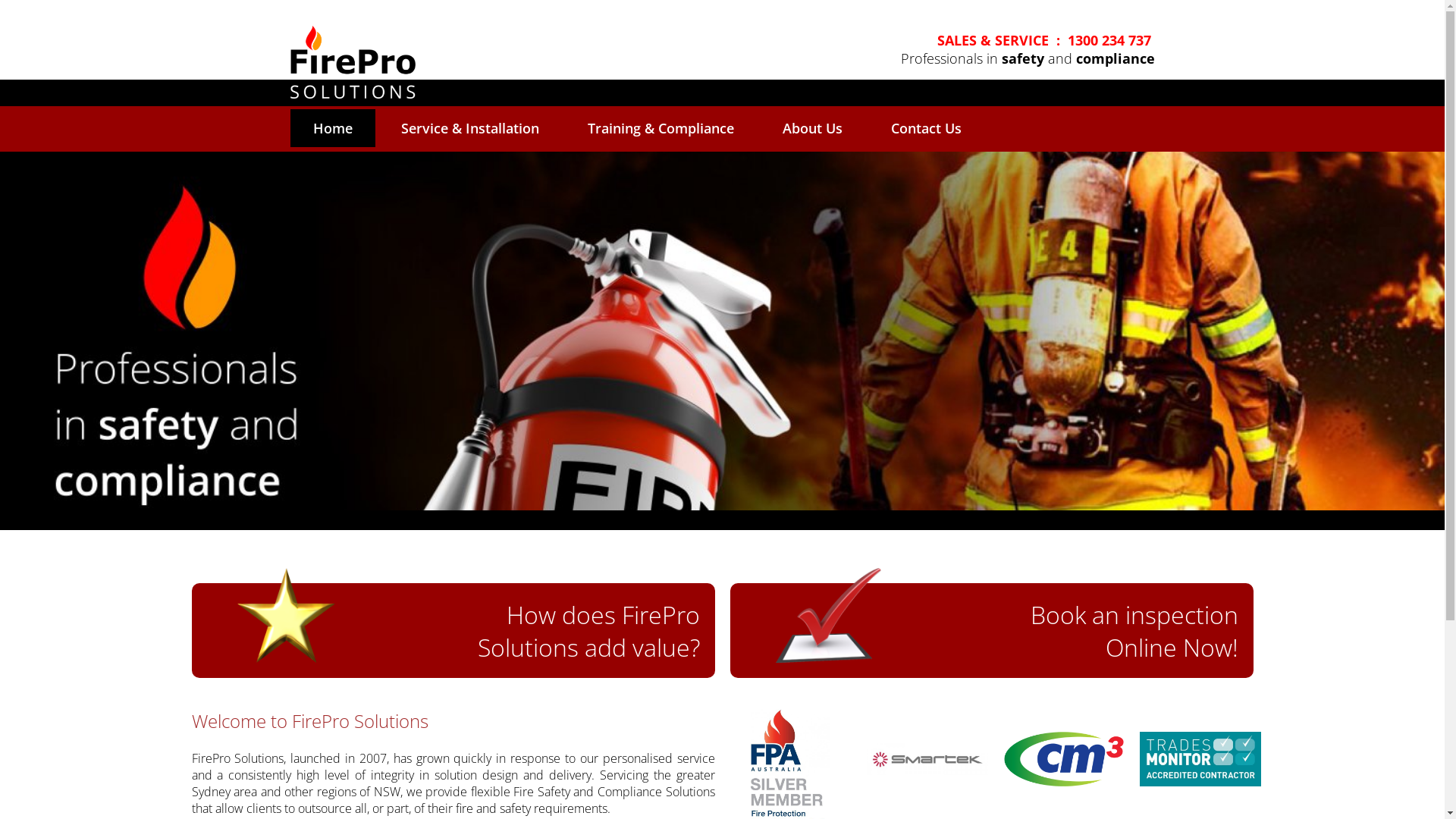 This screenshot has width=1456, height=819. What do you see at coordinates (867, 127) in the screenshot?
I see `'Contact Us'` at bounding box center [867, 127].